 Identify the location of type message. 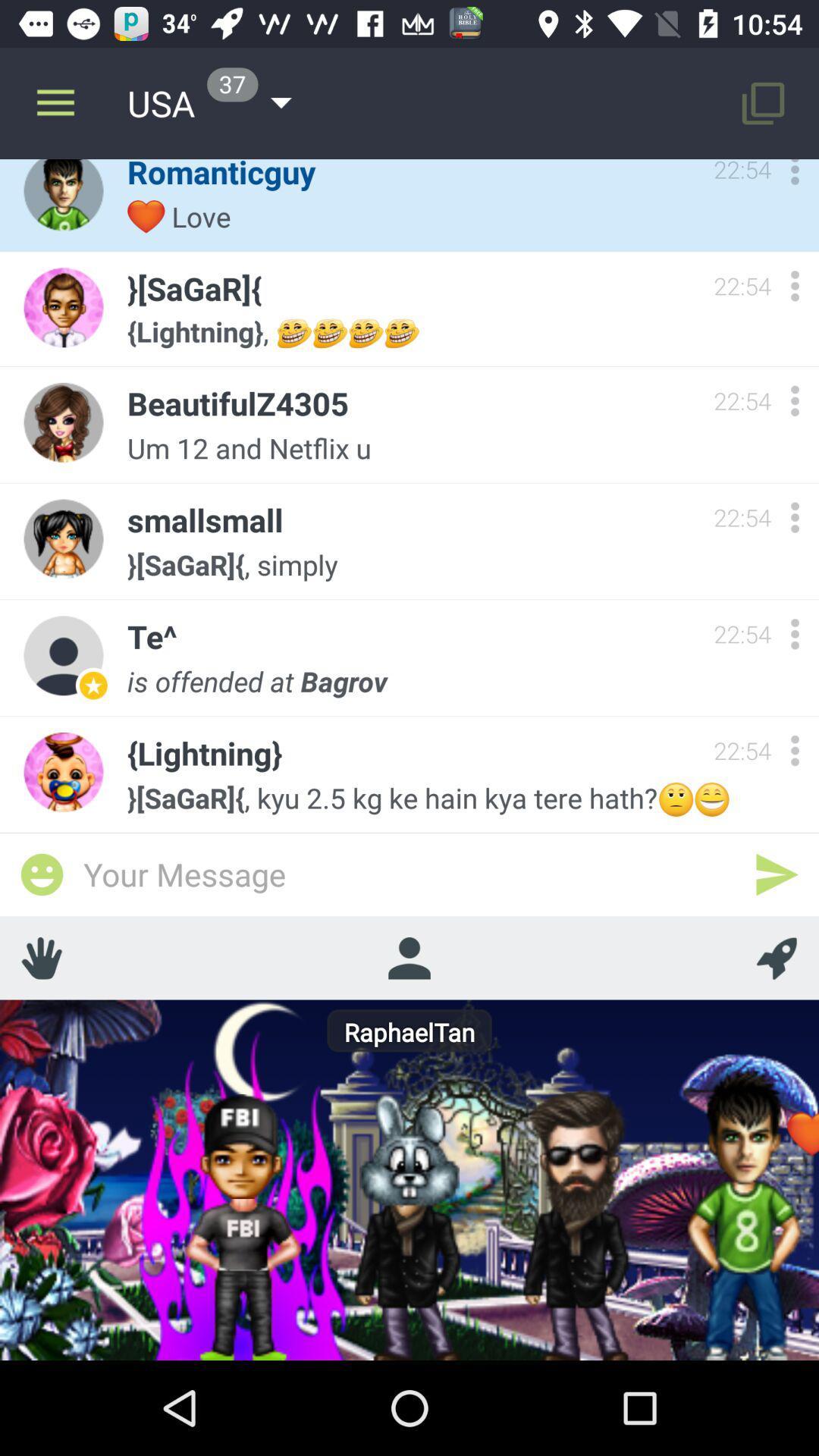
(409, 874).